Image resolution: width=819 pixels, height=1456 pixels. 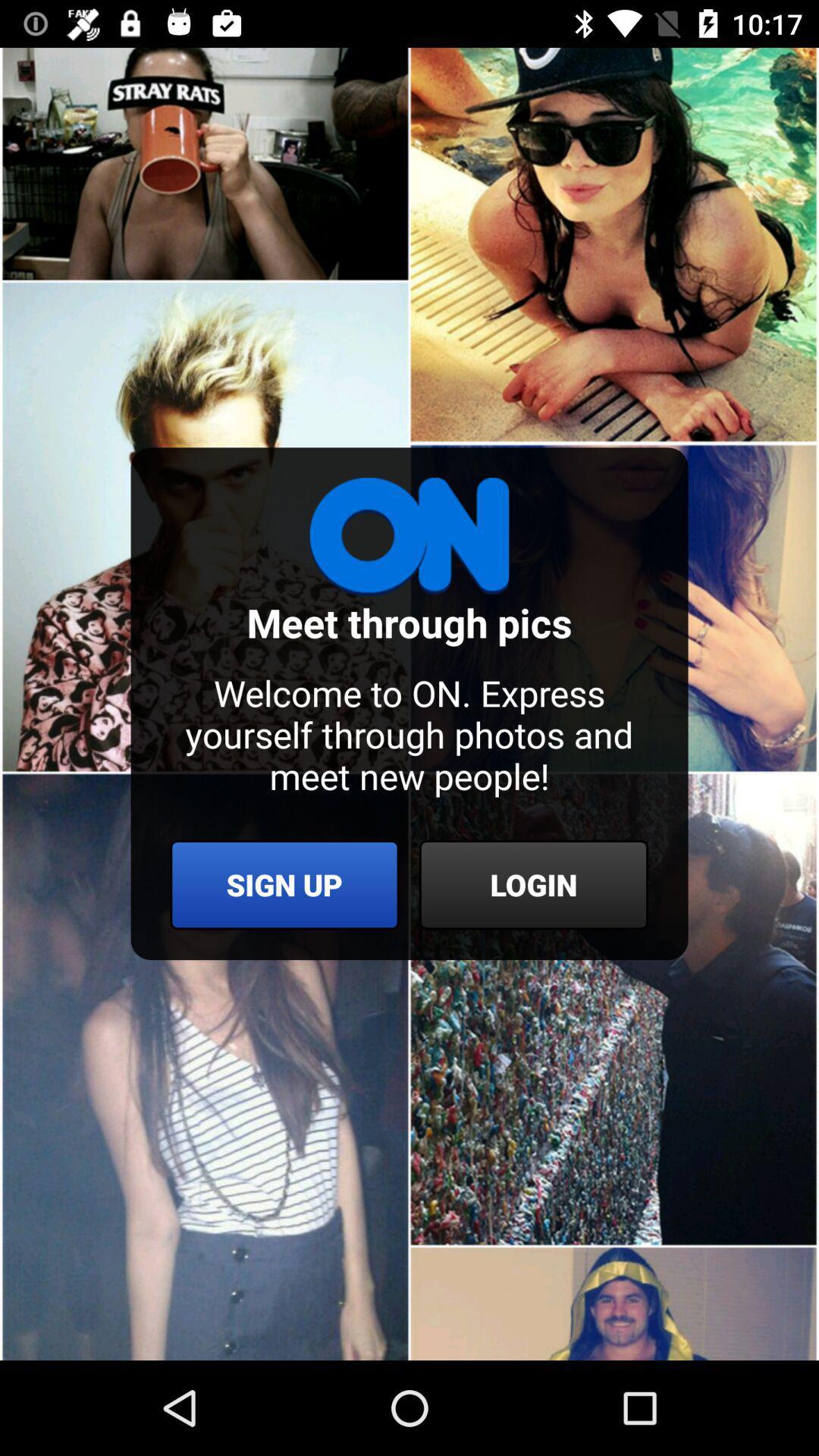 I want to click on the login icon, so click(x=532, y=884).